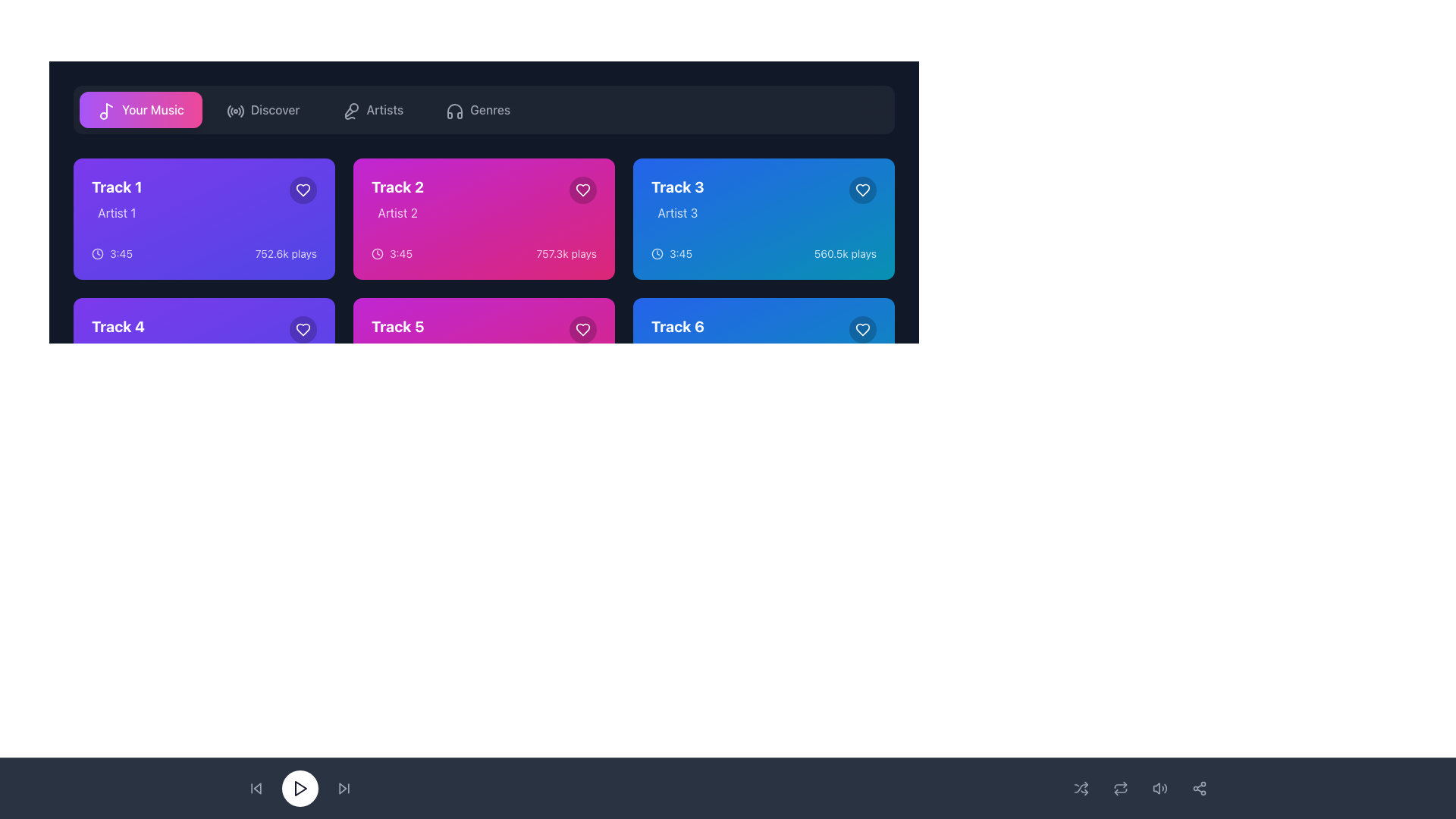 This screenshot has width=1456, height=819. Describe the element at coordinates (477, 109) in the screenshot. I see `the music genres button located` at that location.